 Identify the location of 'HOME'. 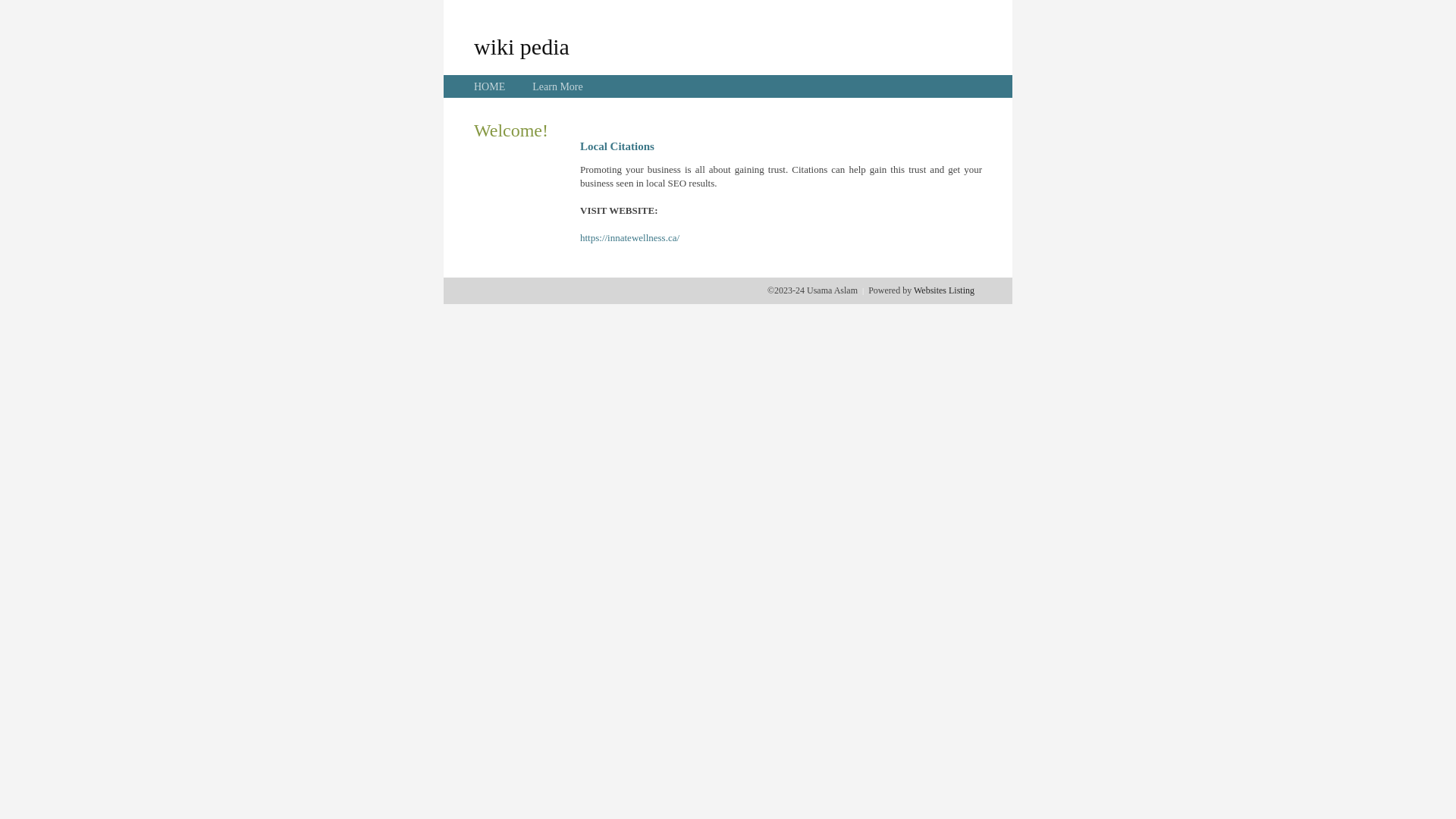
(489, 86).